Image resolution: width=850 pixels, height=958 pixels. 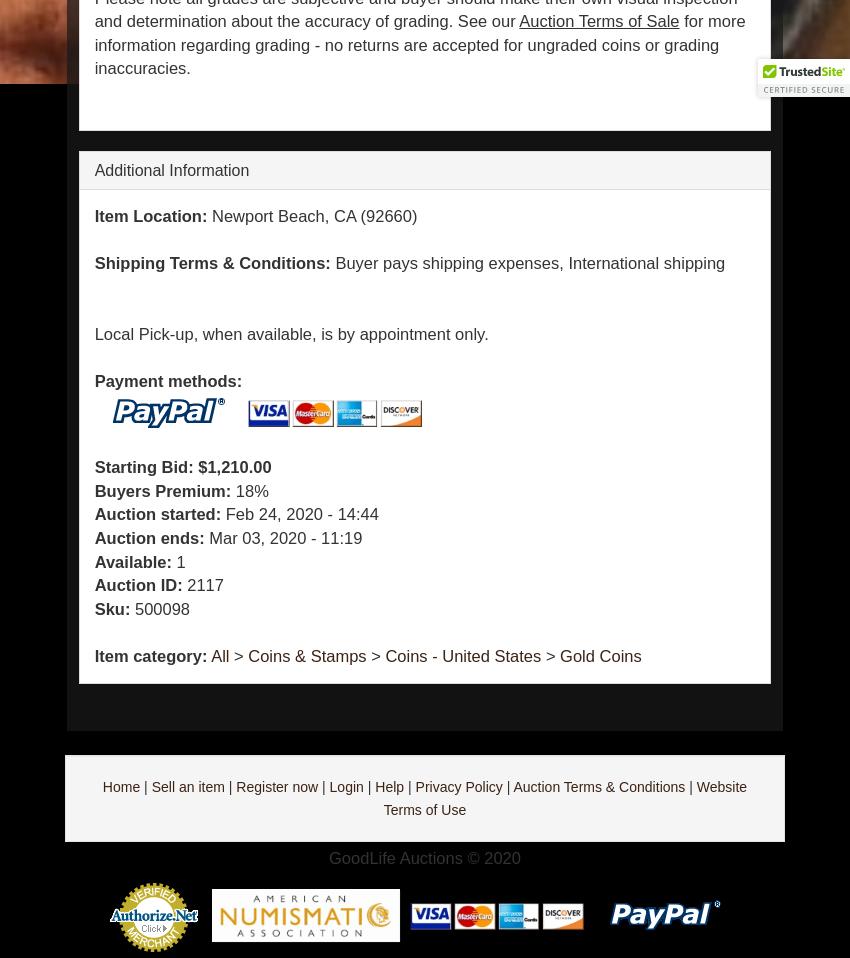 I want to click on 'Auction Terms & Conditions', so click(x=597, y=786).